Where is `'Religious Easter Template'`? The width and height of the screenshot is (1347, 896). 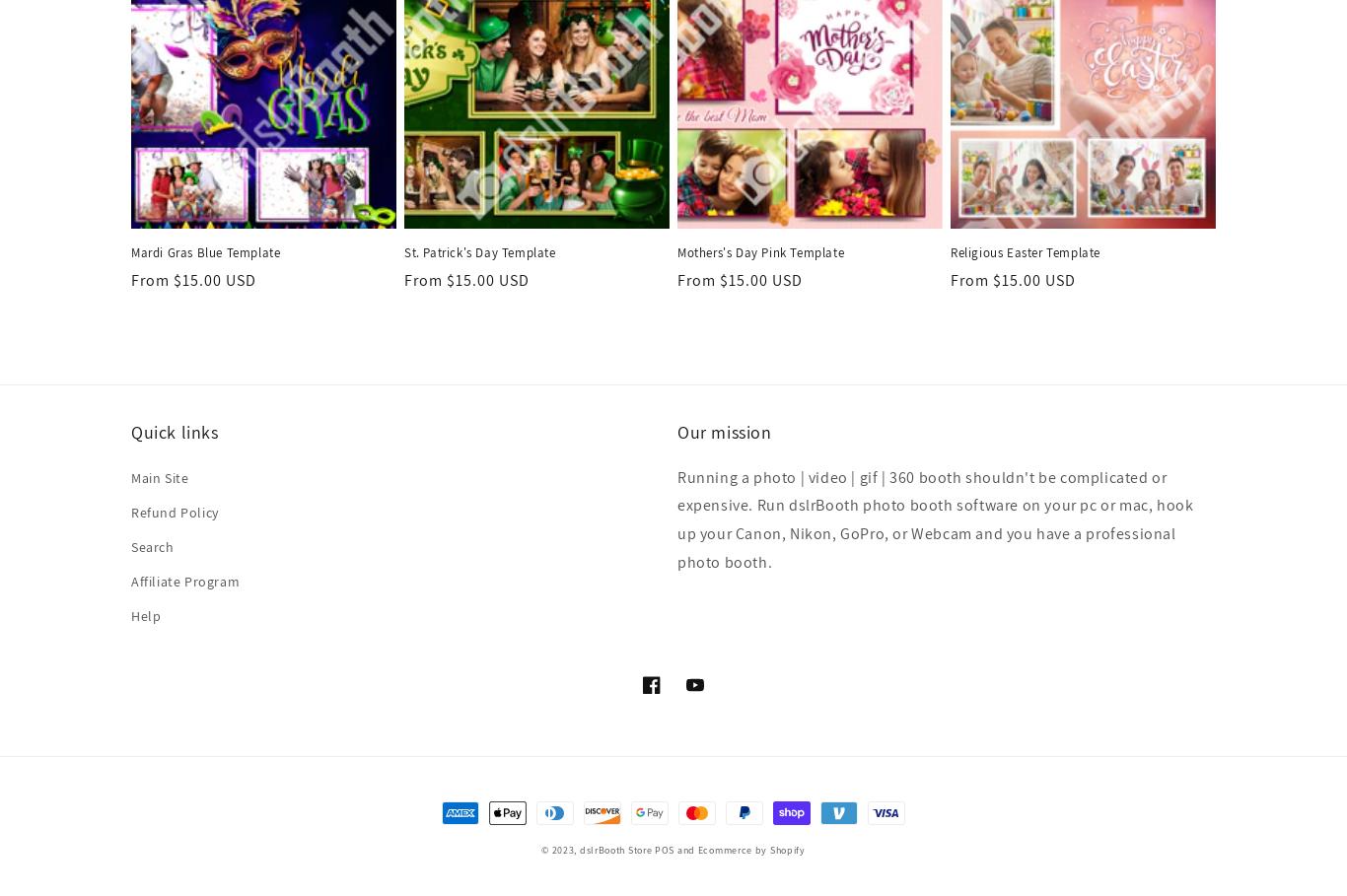
'Religious Easter Template' is located at coordinates (1024, 252).